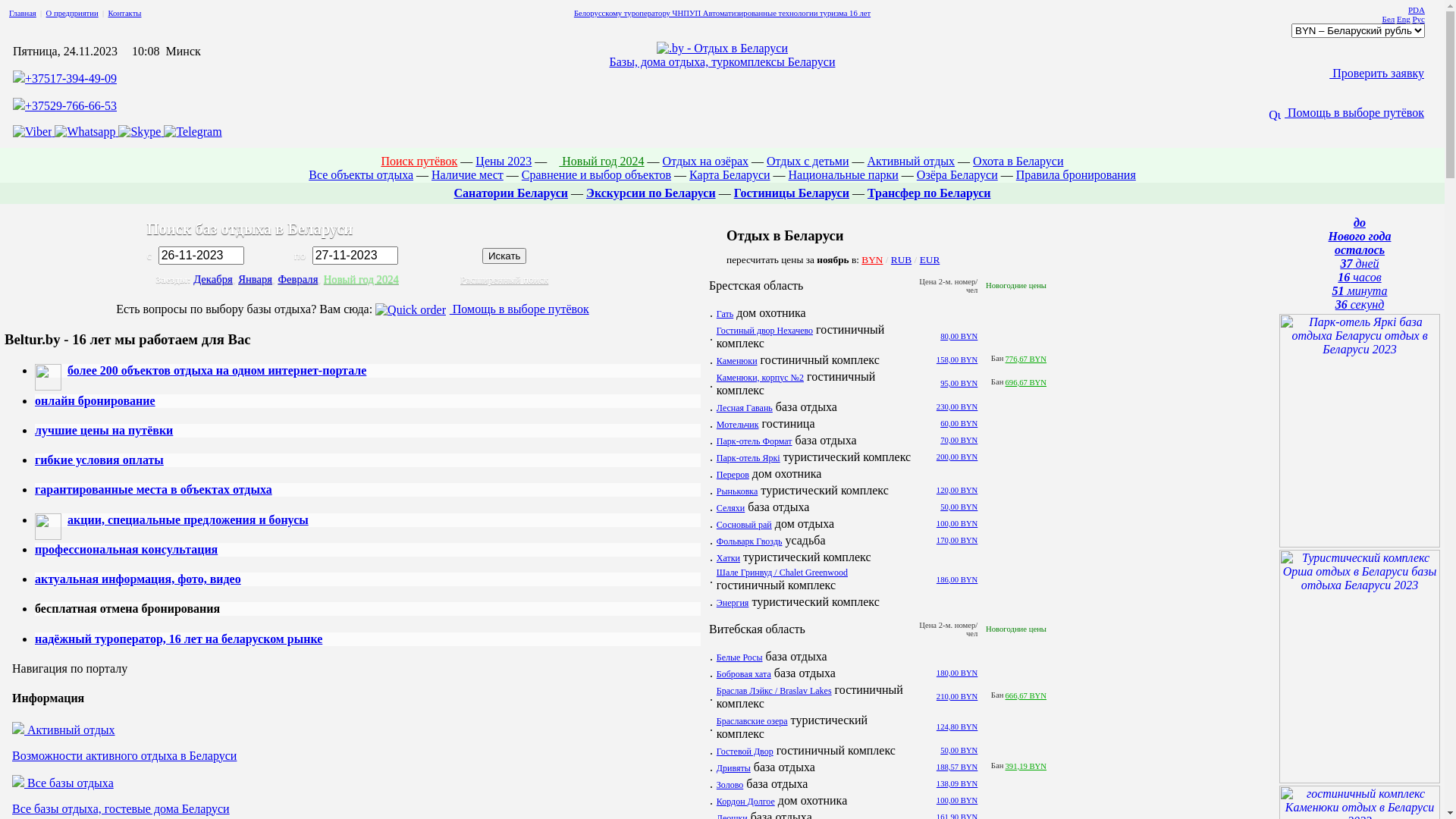 Image resolution: width=1456 pixels, height=819 pixels. Describe the element at coordinates (956, 456) in the screenshot. I see `'200,00 BYN'` at that location.